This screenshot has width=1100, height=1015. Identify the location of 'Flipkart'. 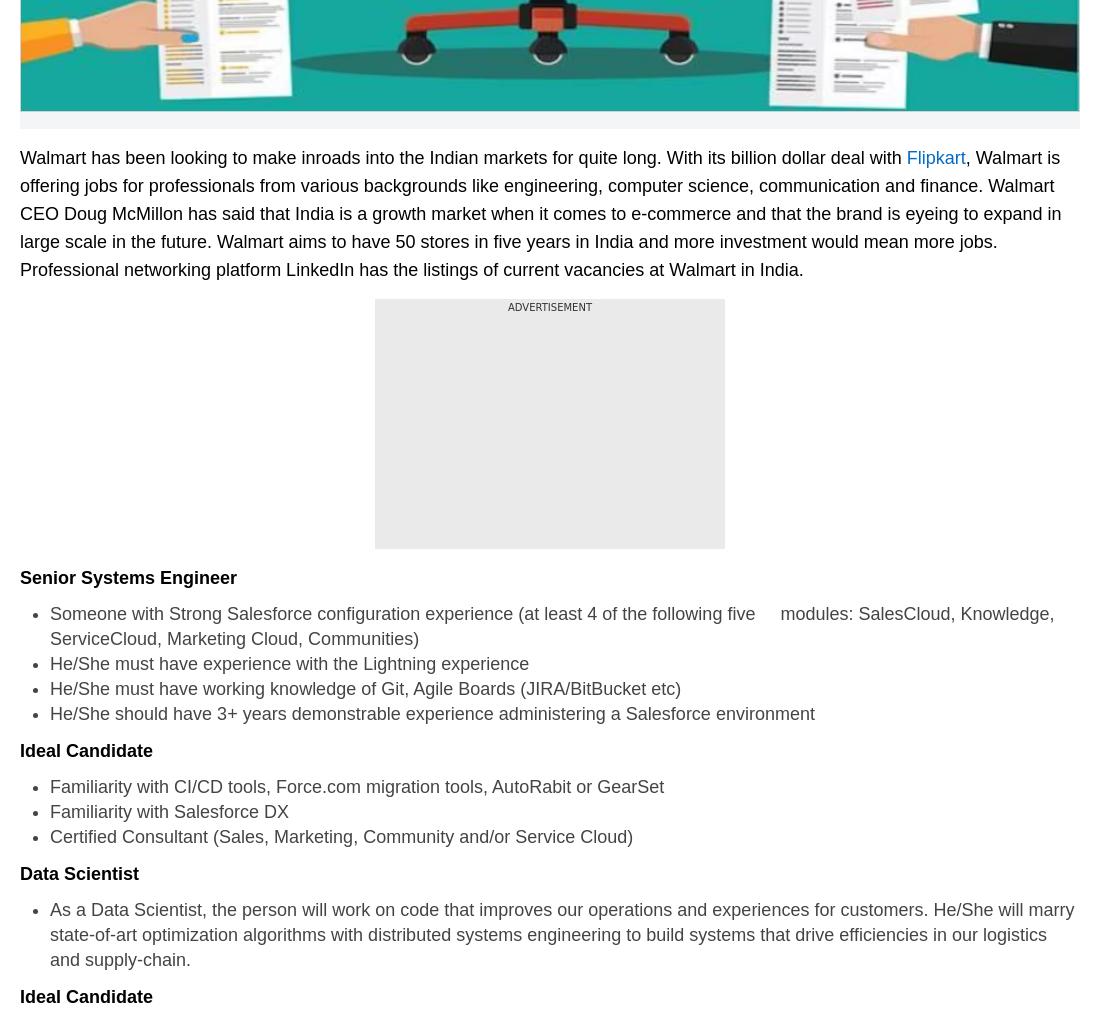
(935, 156).